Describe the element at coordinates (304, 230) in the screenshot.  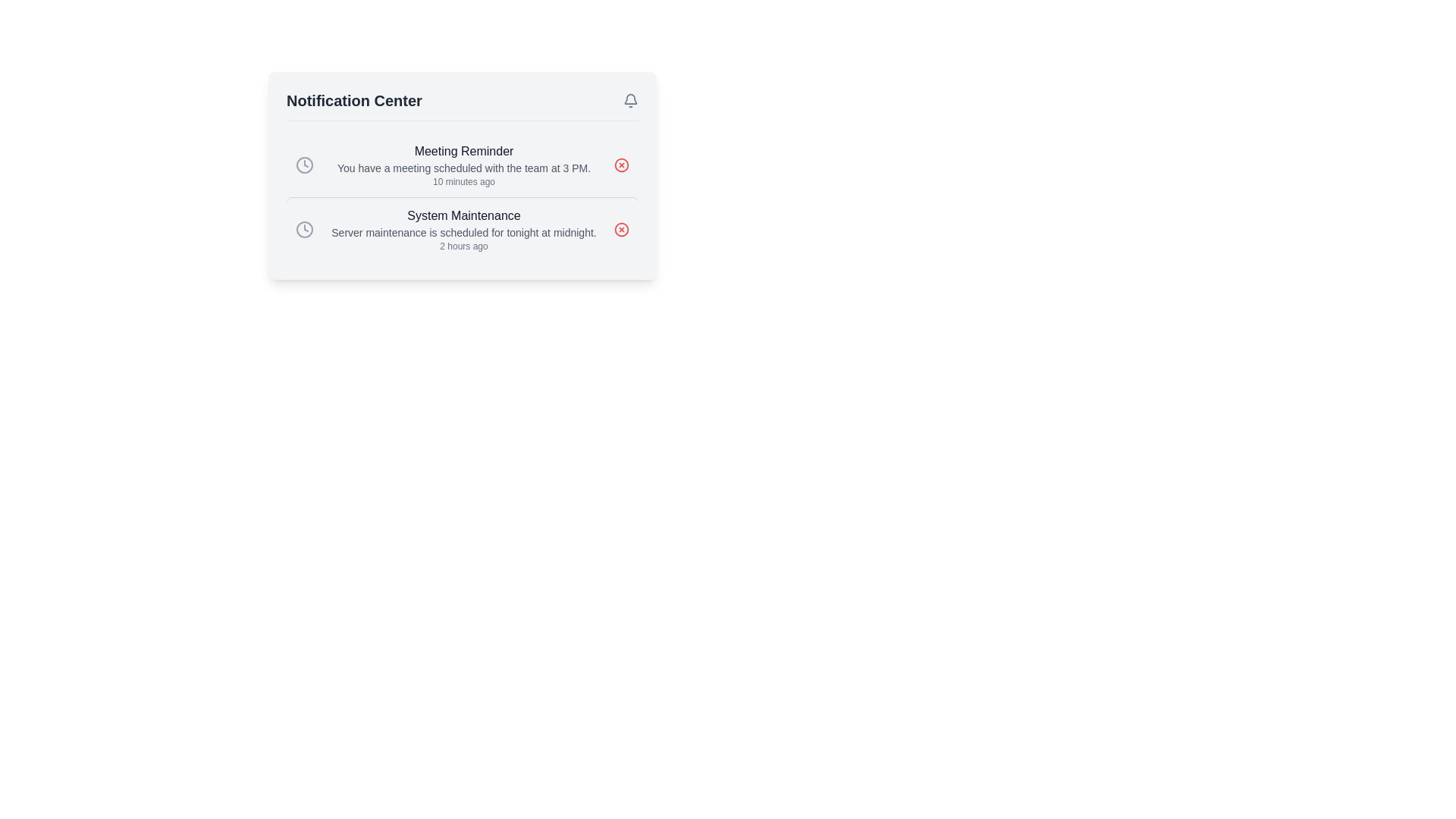
I see `the circular gray clock icon located in the notification list under the 'System Maintenance' section, positioned to the left of the text 'Server maintenance is scheduled for tonight at midnight.'` at that location.